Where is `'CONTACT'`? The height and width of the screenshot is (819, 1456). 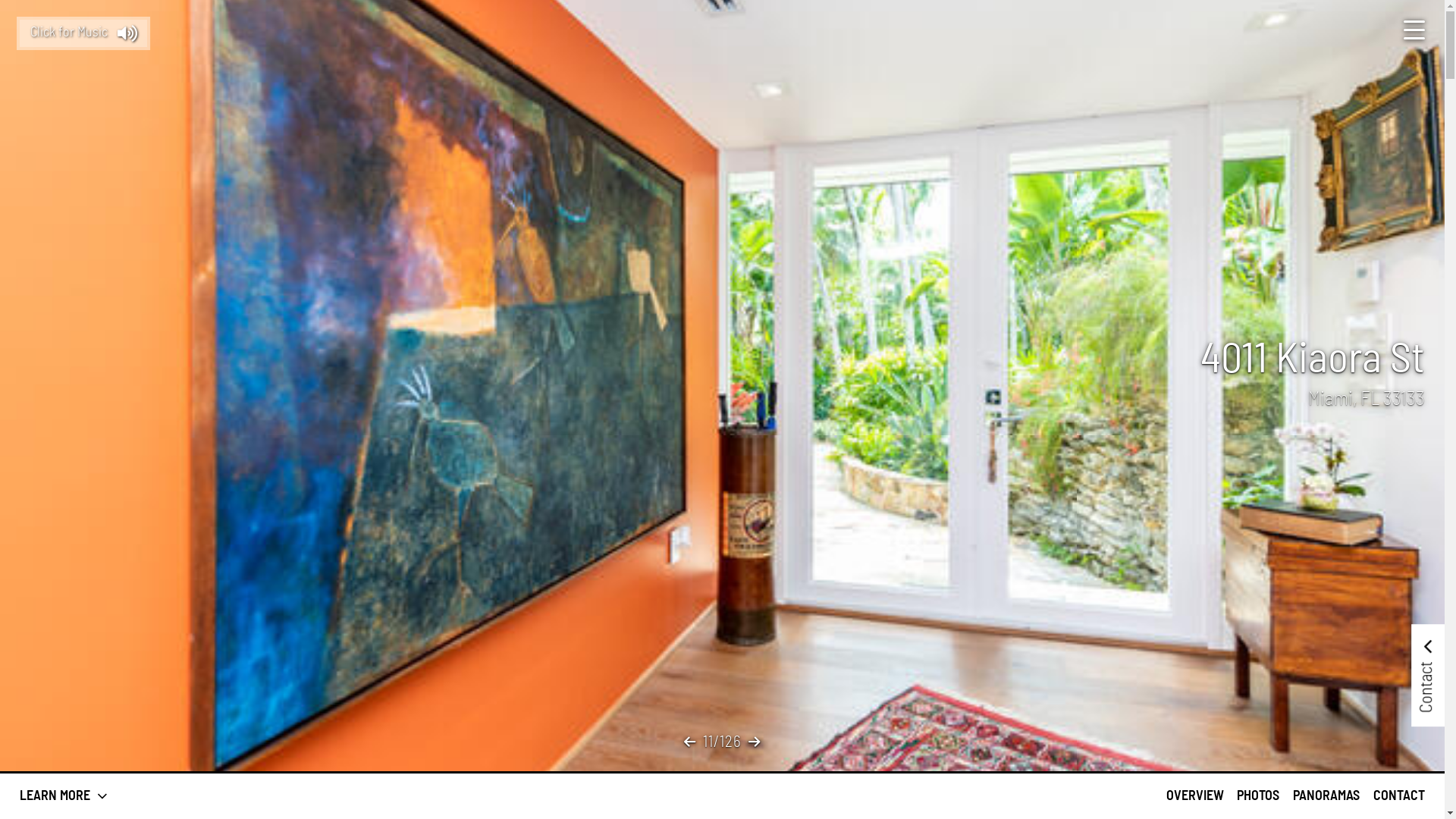
'CONTACT' is located at coordinates (1398, 795).